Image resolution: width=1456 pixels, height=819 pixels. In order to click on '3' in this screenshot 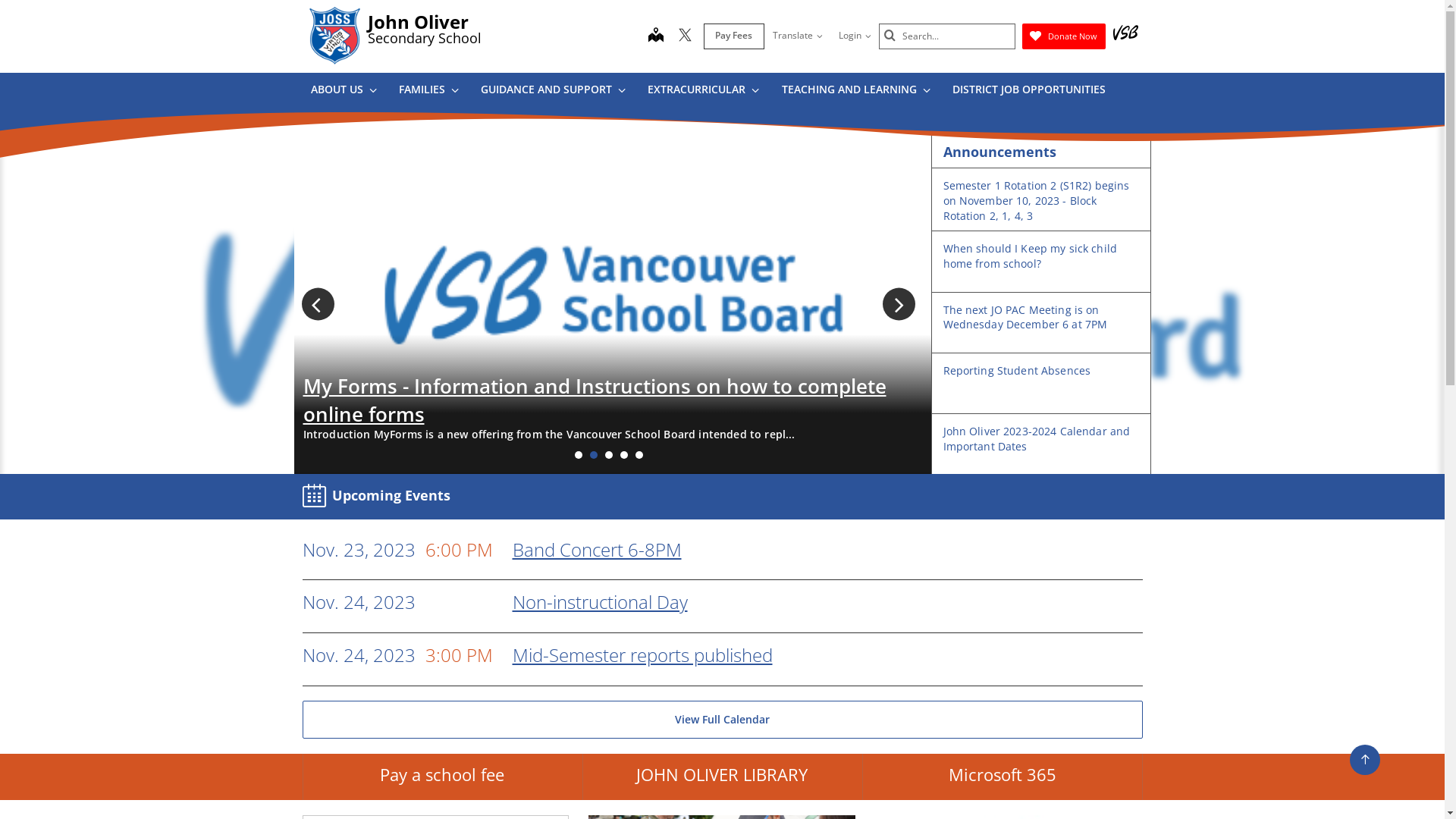, I will do `click(608, 454)`.